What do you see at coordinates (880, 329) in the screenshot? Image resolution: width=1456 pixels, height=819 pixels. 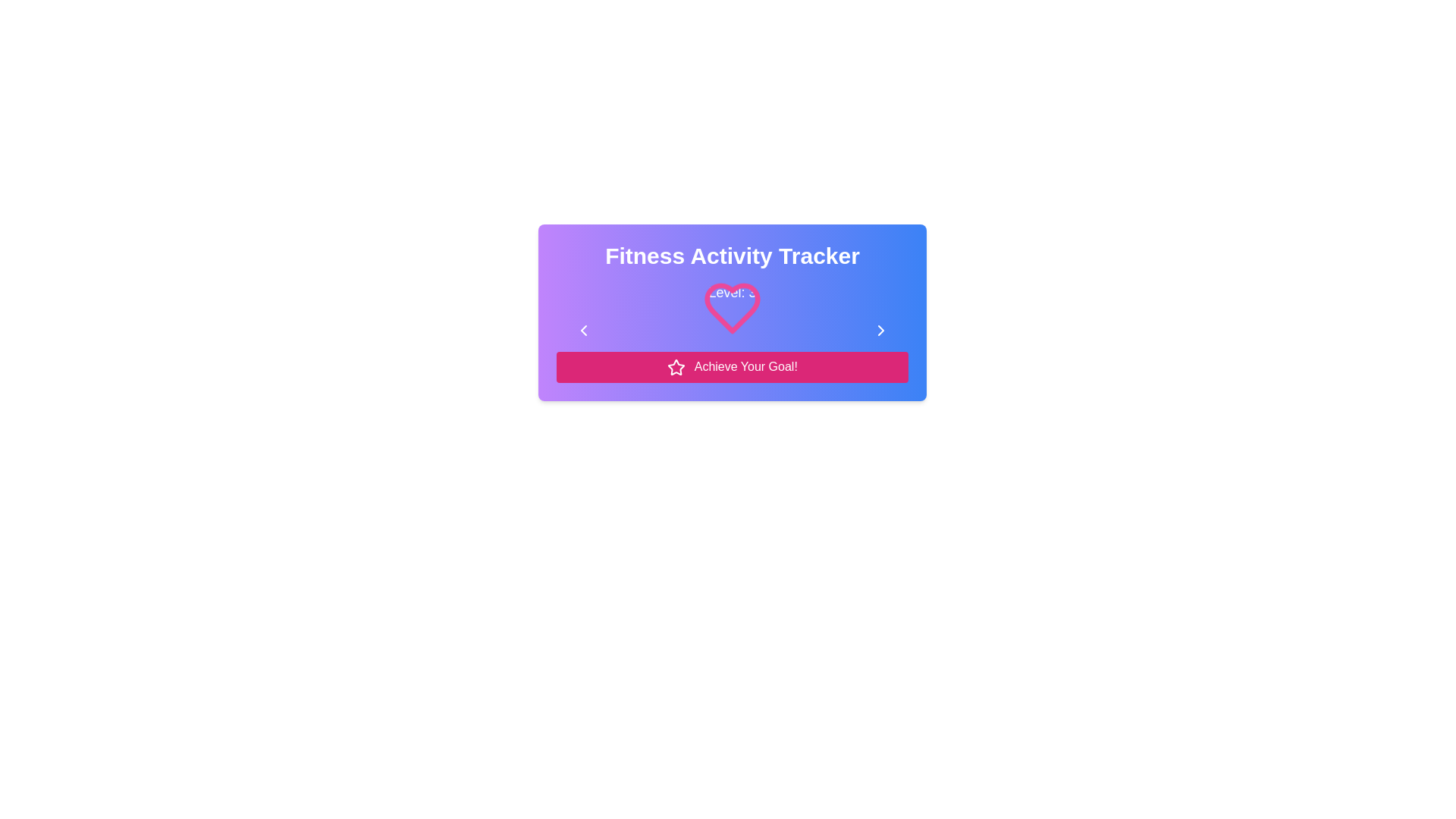 I see `the right-pointing chevron icon on the blue background located in the top-right corner of the 'Fitness Activity Tracker' card` at bounding box center [880, 329].